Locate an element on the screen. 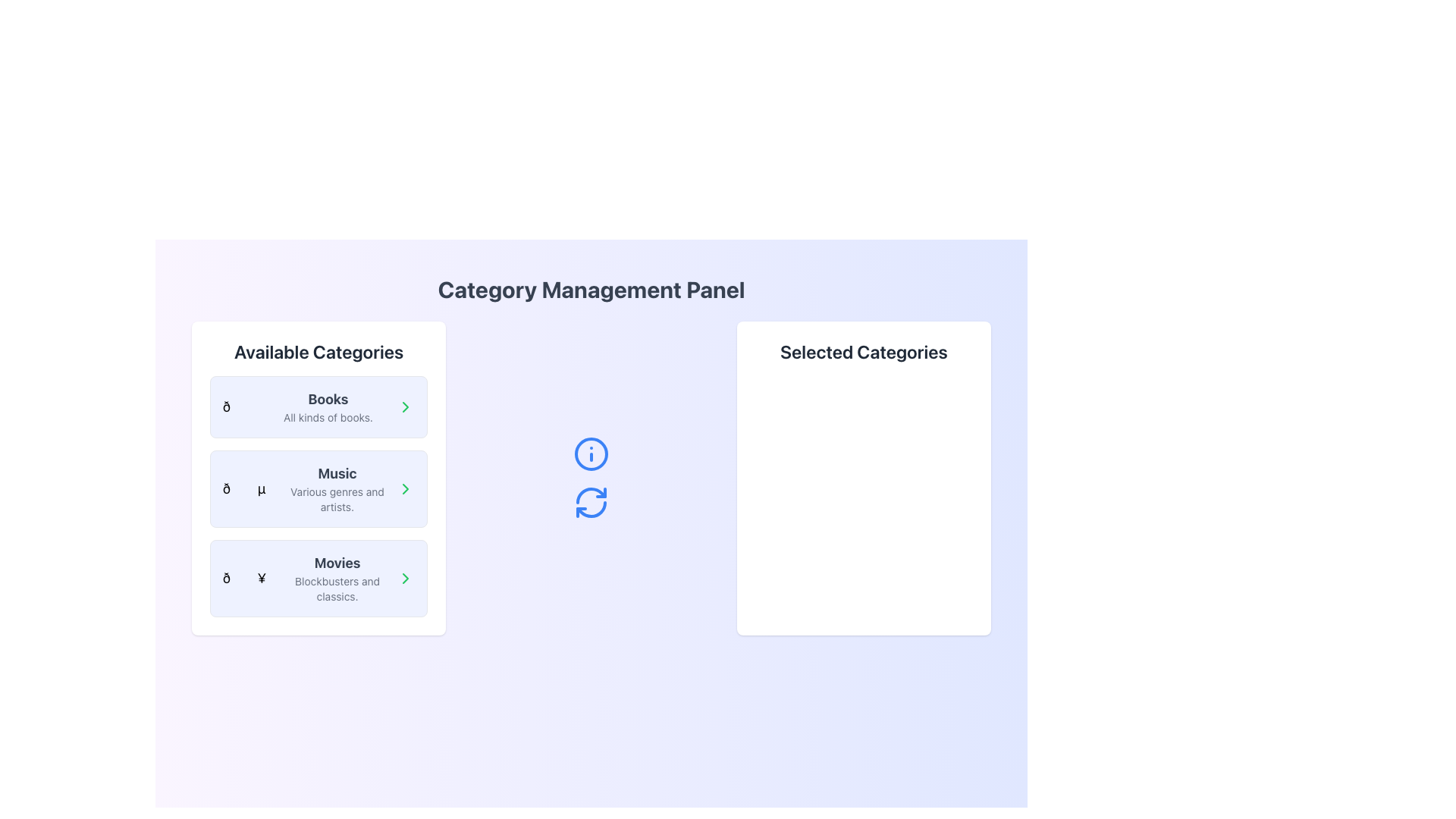  the List Item that features the text 'Movies' with a subtitle 'Blockbusters and classics.' in the 'Available Categories' section is located at coordinates (309, 579).